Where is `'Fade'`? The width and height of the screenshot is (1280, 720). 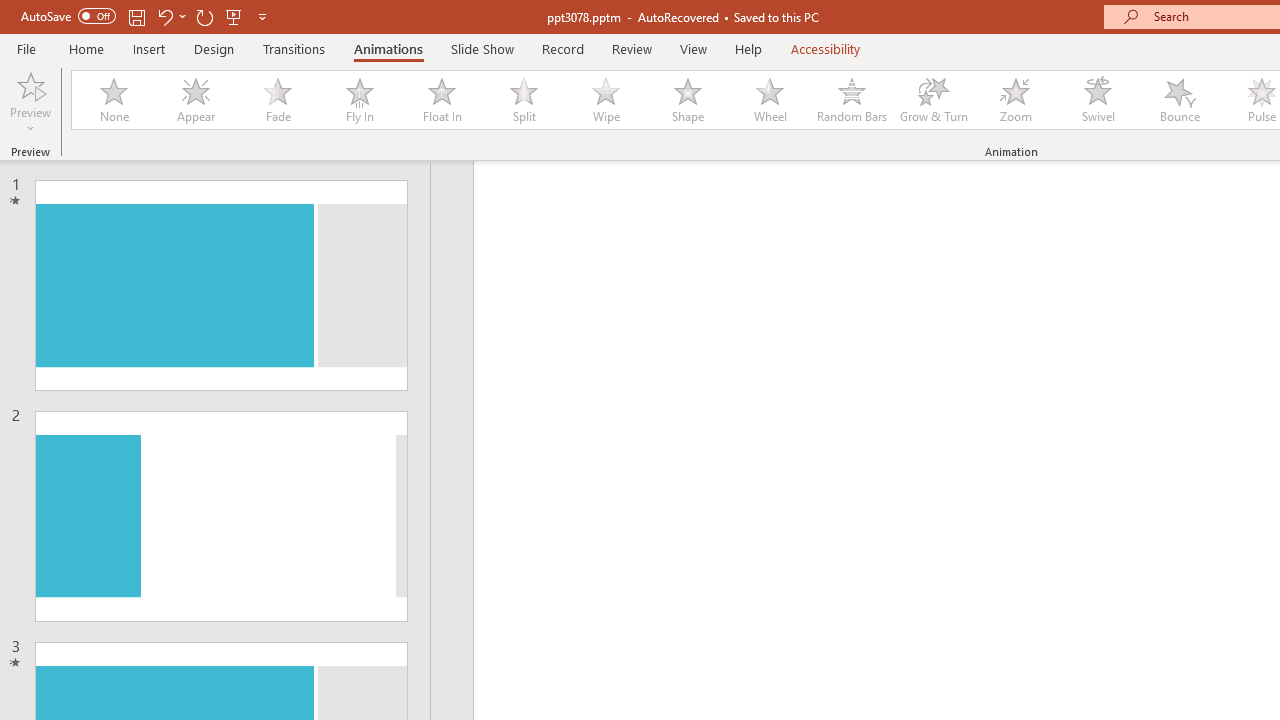
'Fade' is located at coordinates (276, 100).